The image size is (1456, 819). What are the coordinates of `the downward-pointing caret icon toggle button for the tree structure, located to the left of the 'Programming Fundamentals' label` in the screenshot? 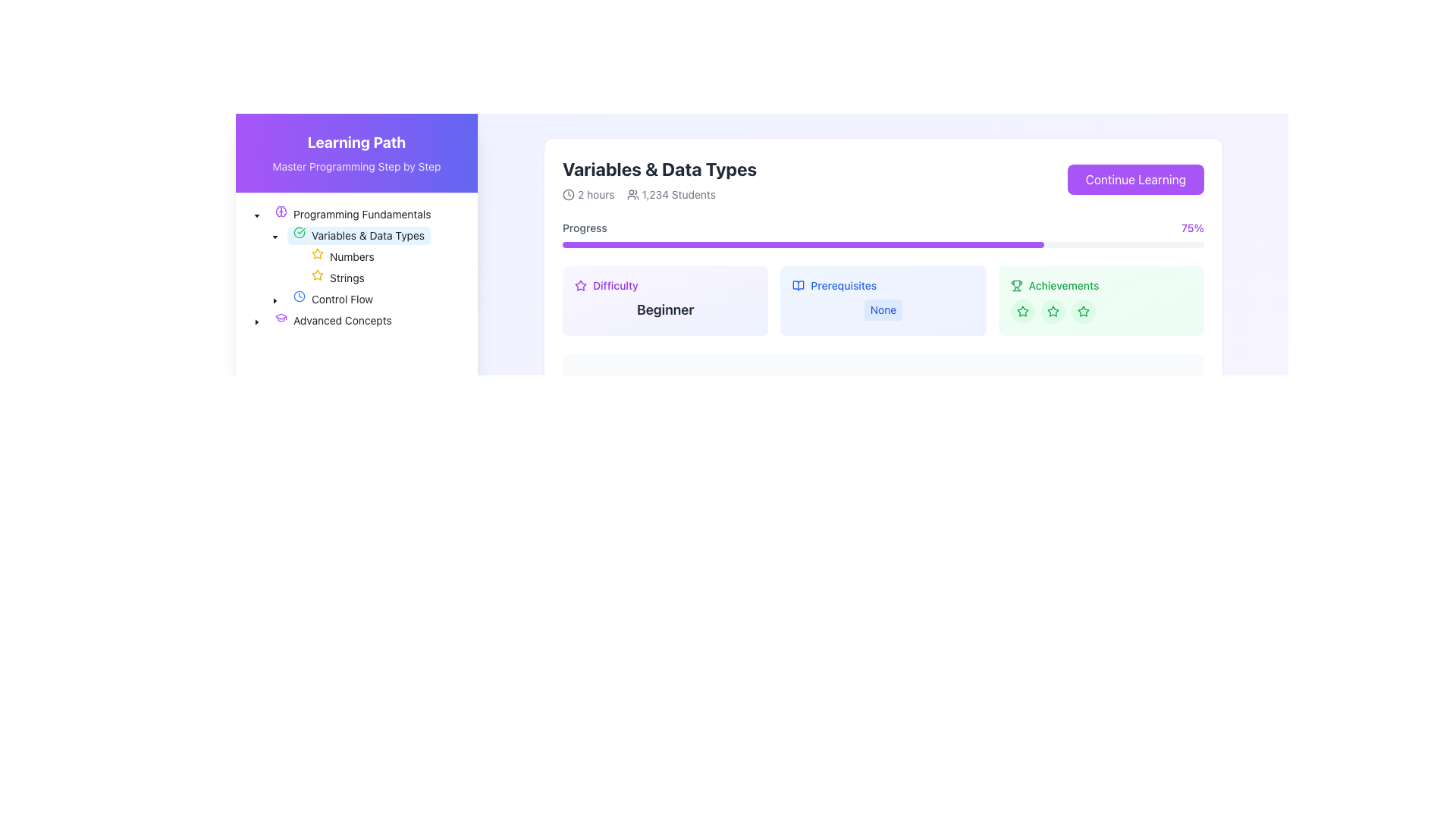 It's located at (257, 214).